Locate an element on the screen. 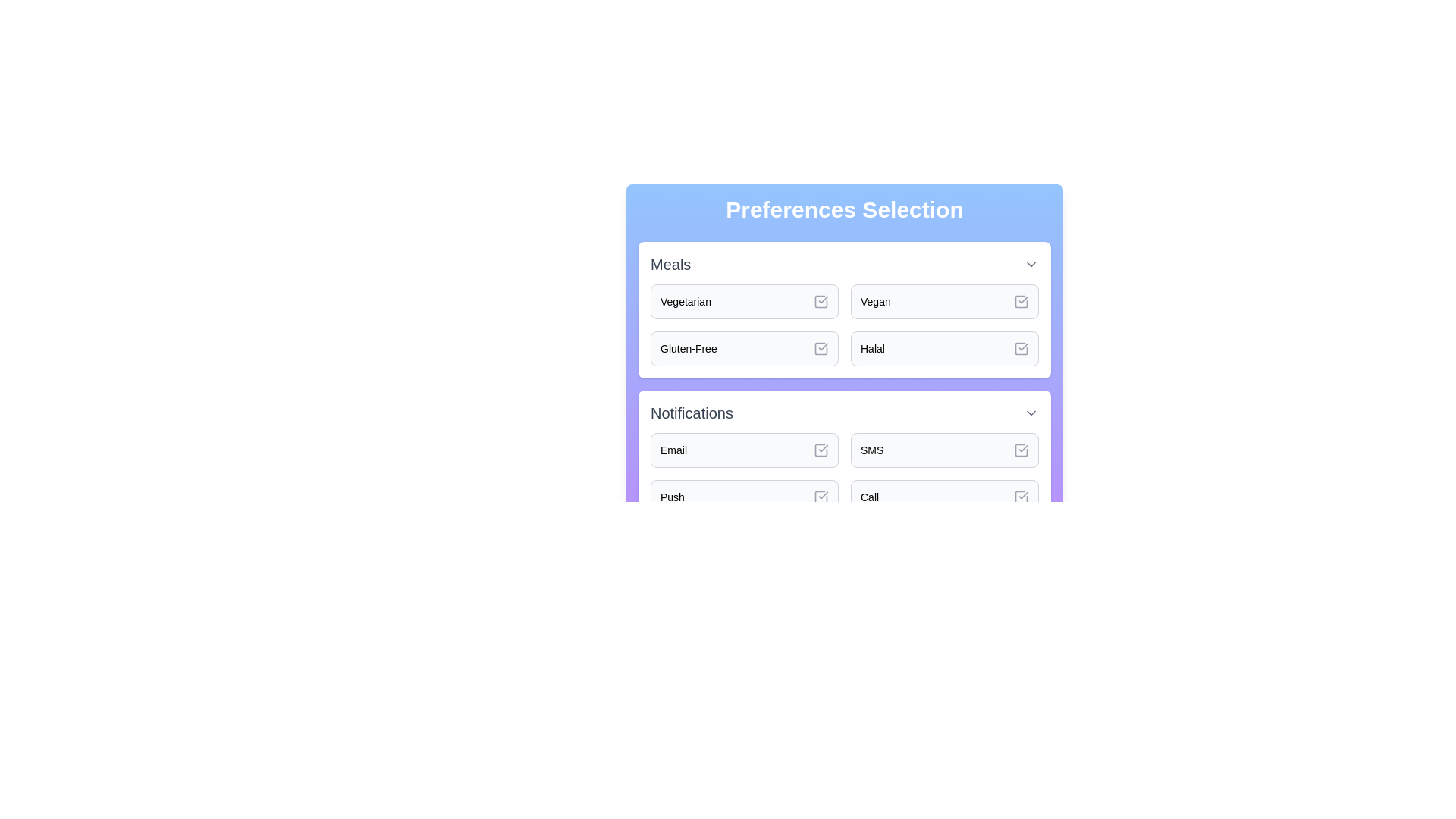  the 'Vegan' Text Label in the Meals preference section, located in the top row and second column, which helps users identify the vegan meal option is located at coordinates (875, 301).